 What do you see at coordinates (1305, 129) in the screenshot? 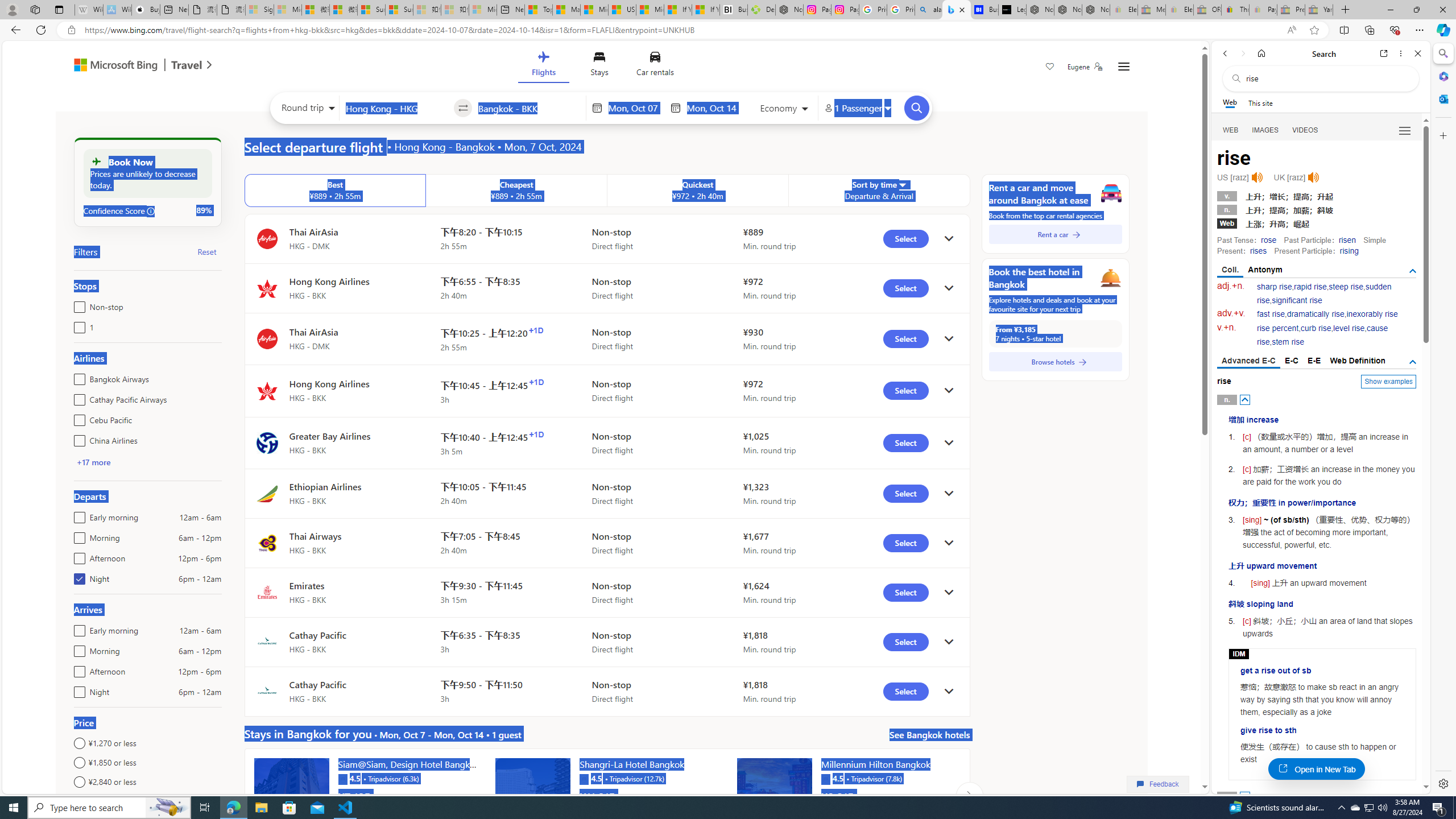
I see `'Search Filter, VIDEOS'` at bounding box center [1305, 129].